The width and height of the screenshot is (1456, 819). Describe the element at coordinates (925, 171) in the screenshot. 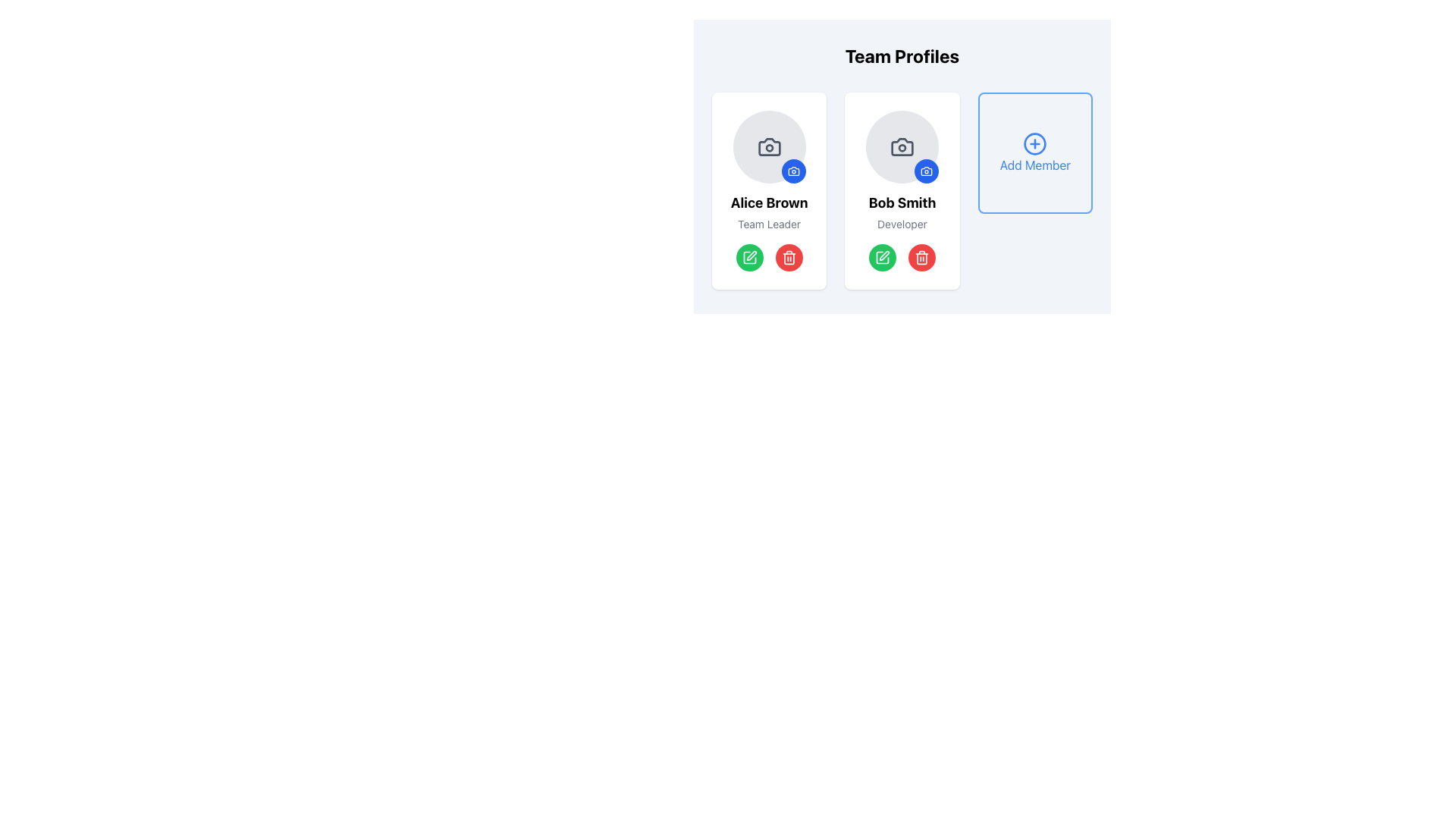

I see `the button that allows users to upload or change the profile picture for Bob Smith, located at the bottom-right corner of the profile card in the 'Team Profiles' section` at that location.